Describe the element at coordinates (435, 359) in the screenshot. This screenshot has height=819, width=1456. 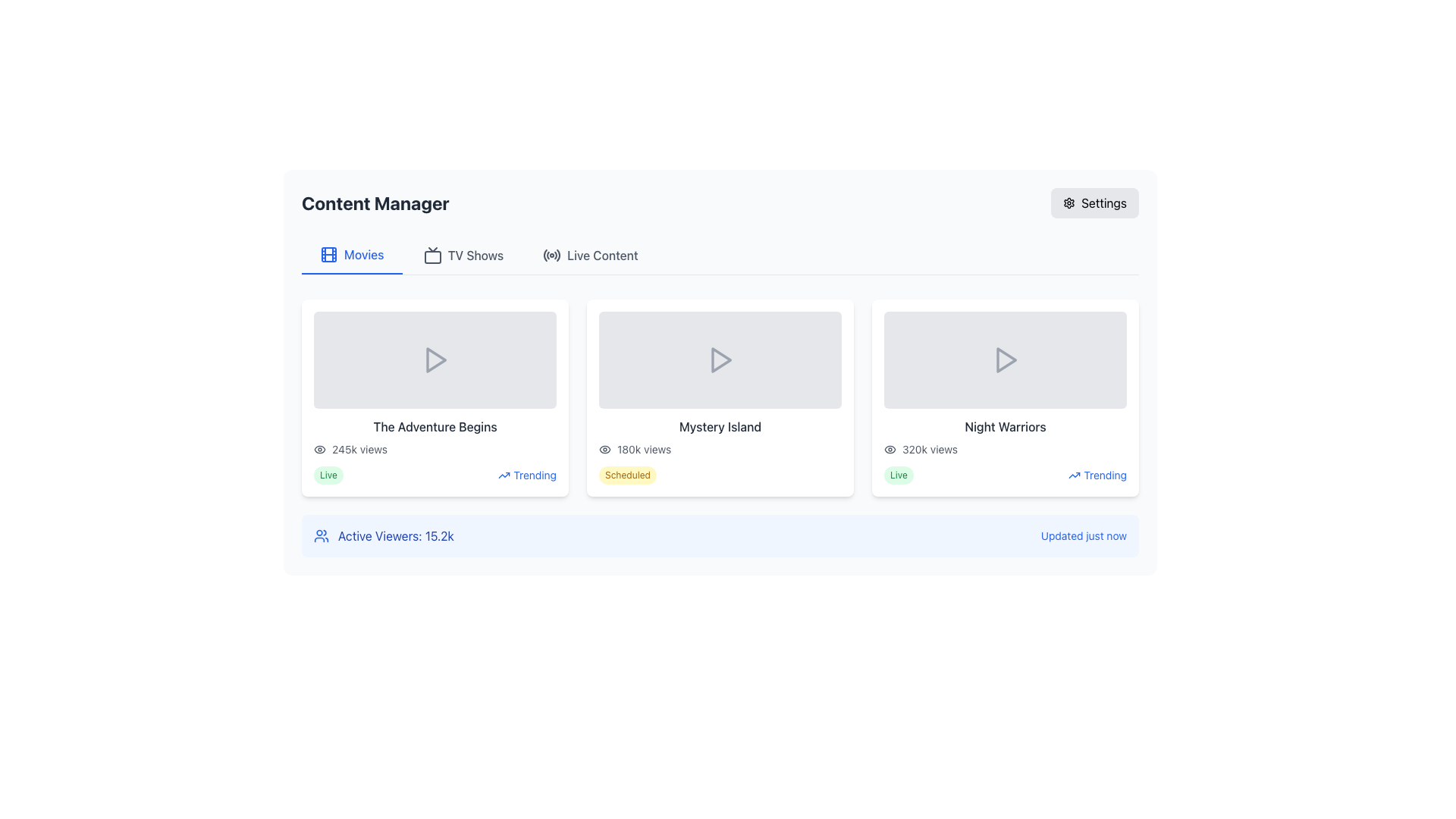
I see `the play button icon located in the middle of the first media card titled 'The Adventure Begins'` at that location.